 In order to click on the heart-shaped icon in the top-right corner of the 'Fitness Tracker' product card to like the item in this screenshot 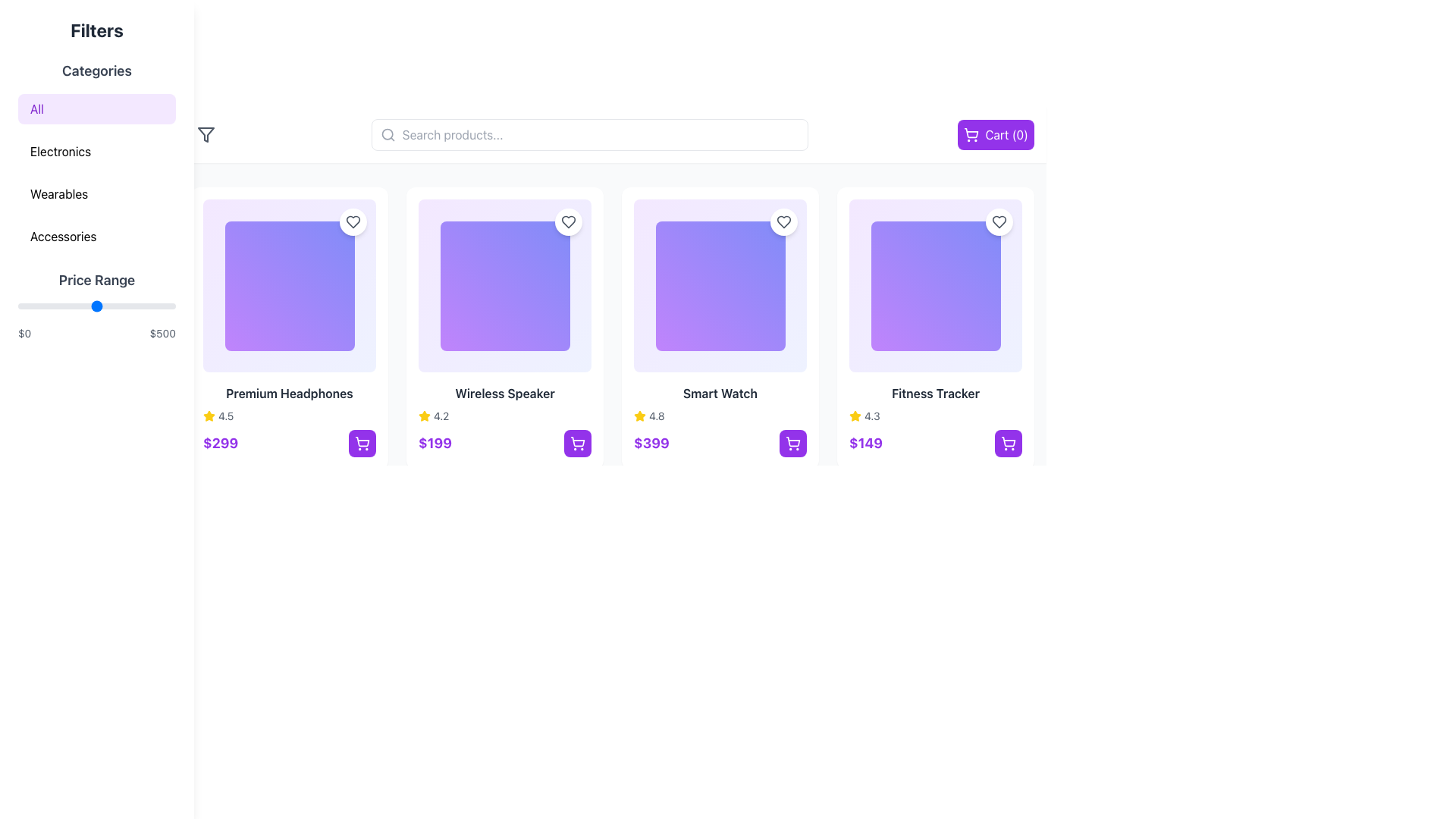, I will do `click(999, 222)`.